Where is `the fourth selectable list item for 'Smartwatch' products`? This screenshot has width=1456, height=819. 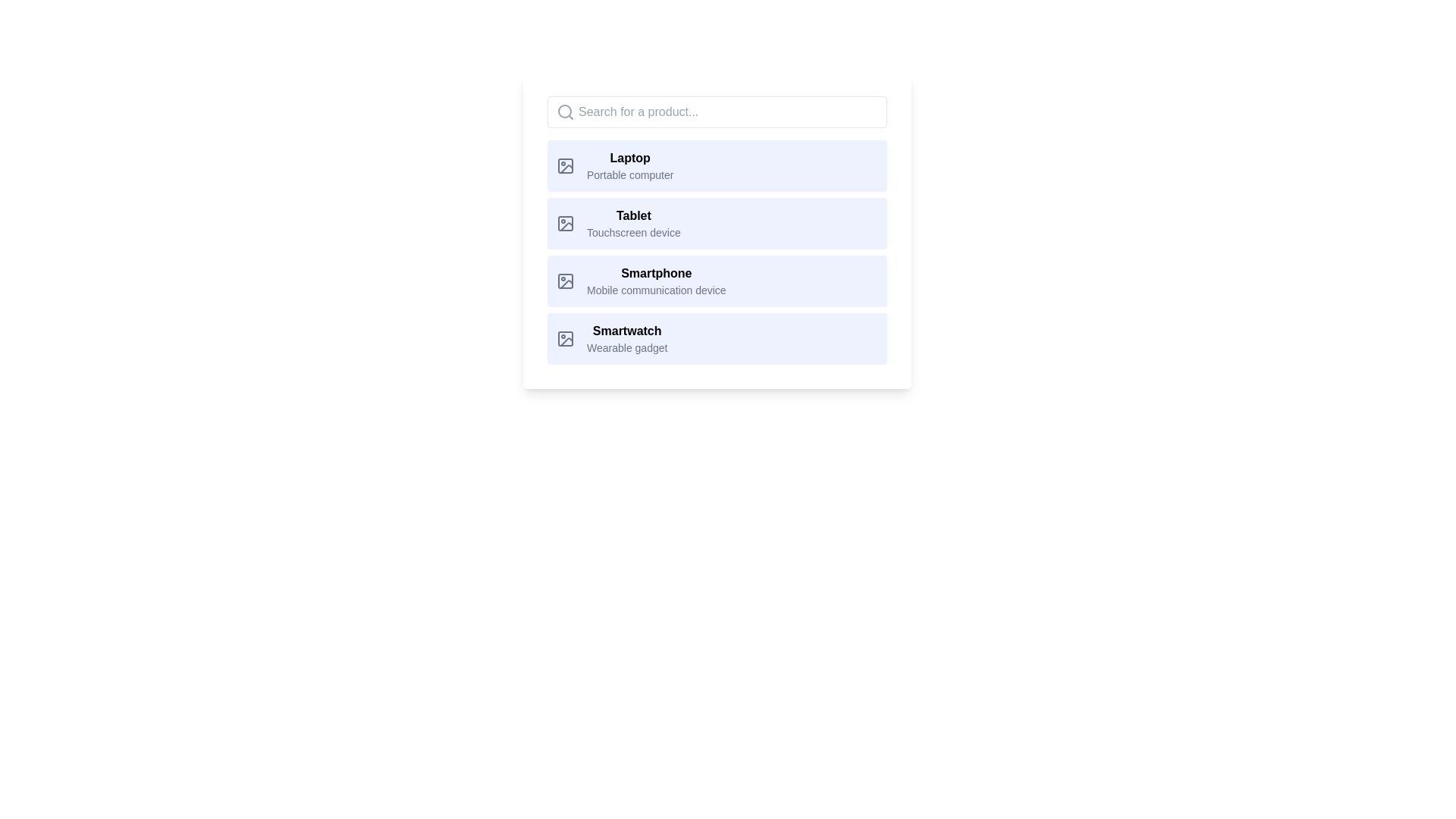
the fourth selectable list item for 'Smartwatch' products is located at coordinates (716, 338).